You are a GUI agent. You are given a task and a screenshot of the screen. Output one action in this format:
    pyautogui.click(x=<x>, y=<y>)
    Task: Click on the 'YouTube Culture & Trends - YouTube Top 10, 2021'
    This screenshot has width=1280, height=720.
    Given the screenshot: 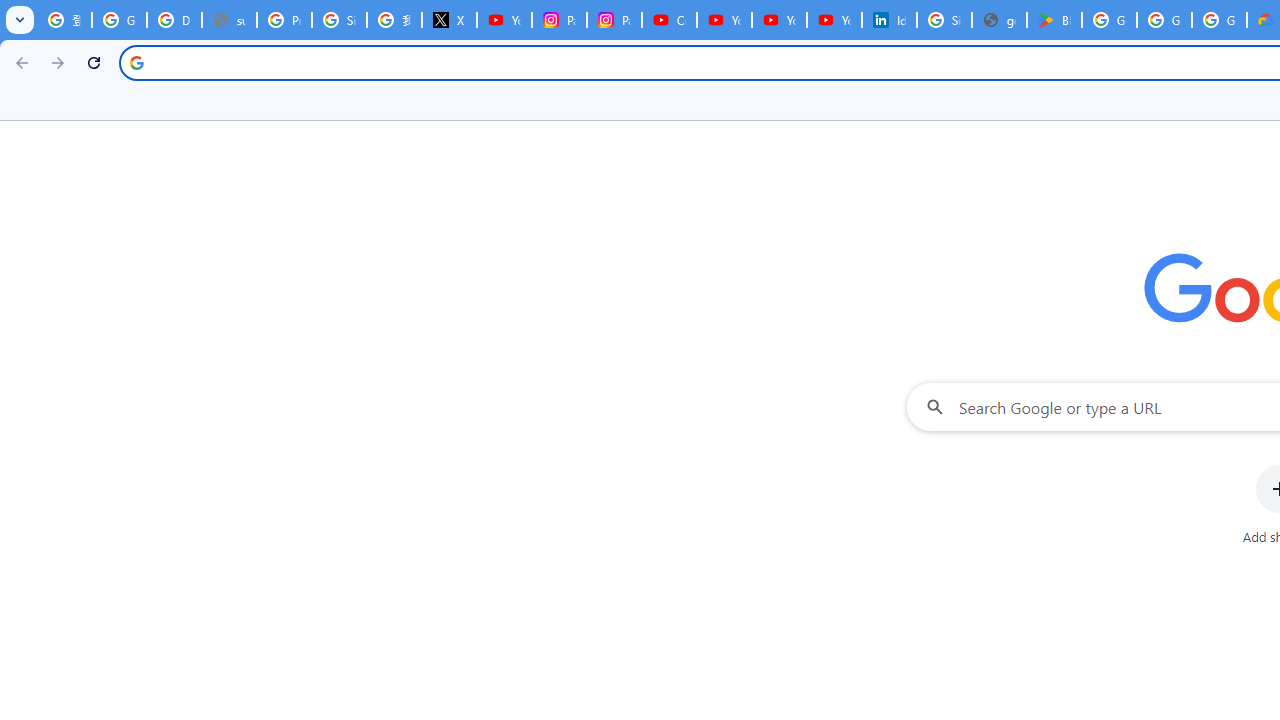 What is the action you would take?
    pyautogui.click(x=778, y=20)
    